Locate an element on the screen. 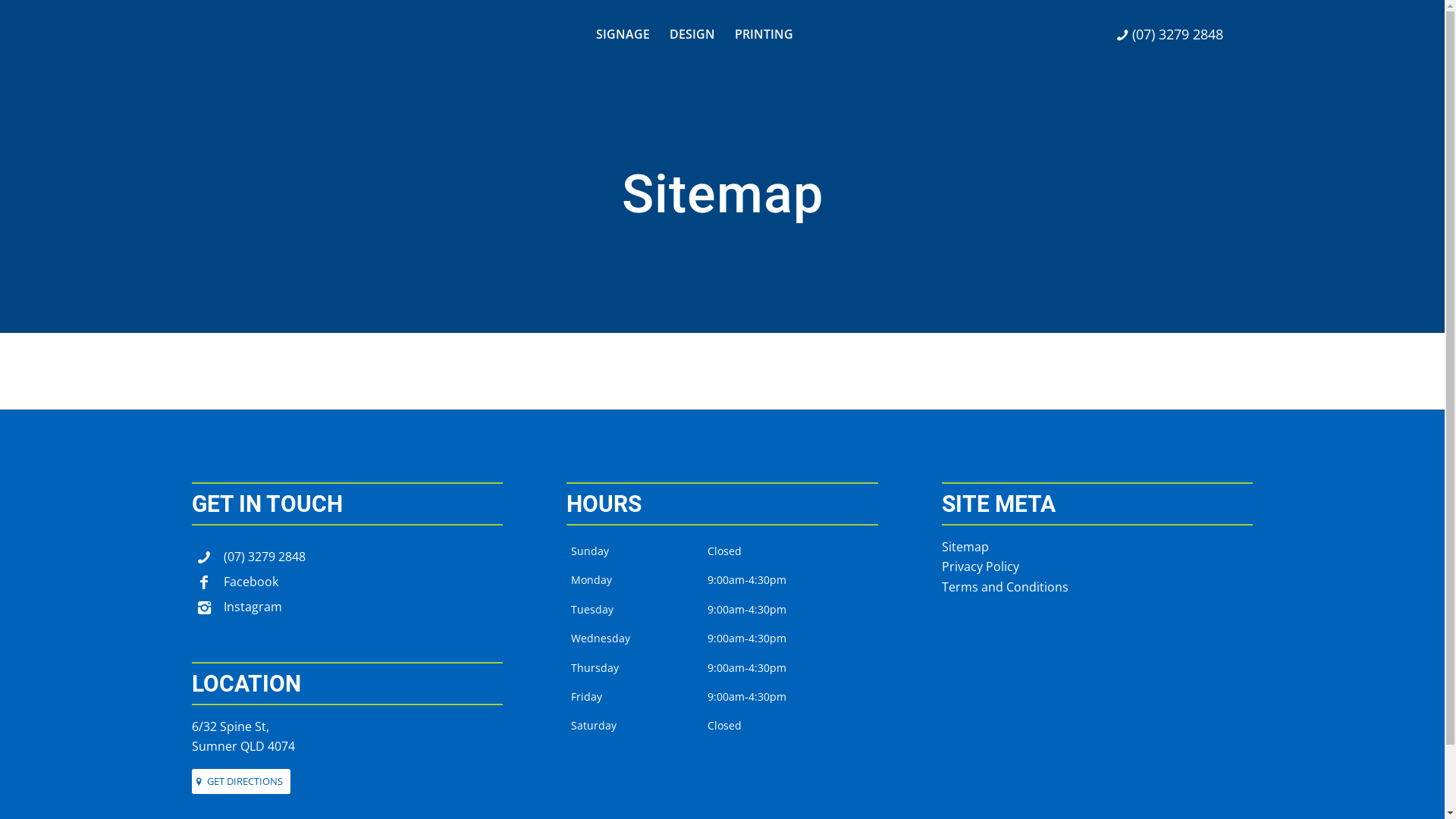 The width and height of the screenshot is (1456, 819). 'Instagram' is located at coordinates (202, 608).